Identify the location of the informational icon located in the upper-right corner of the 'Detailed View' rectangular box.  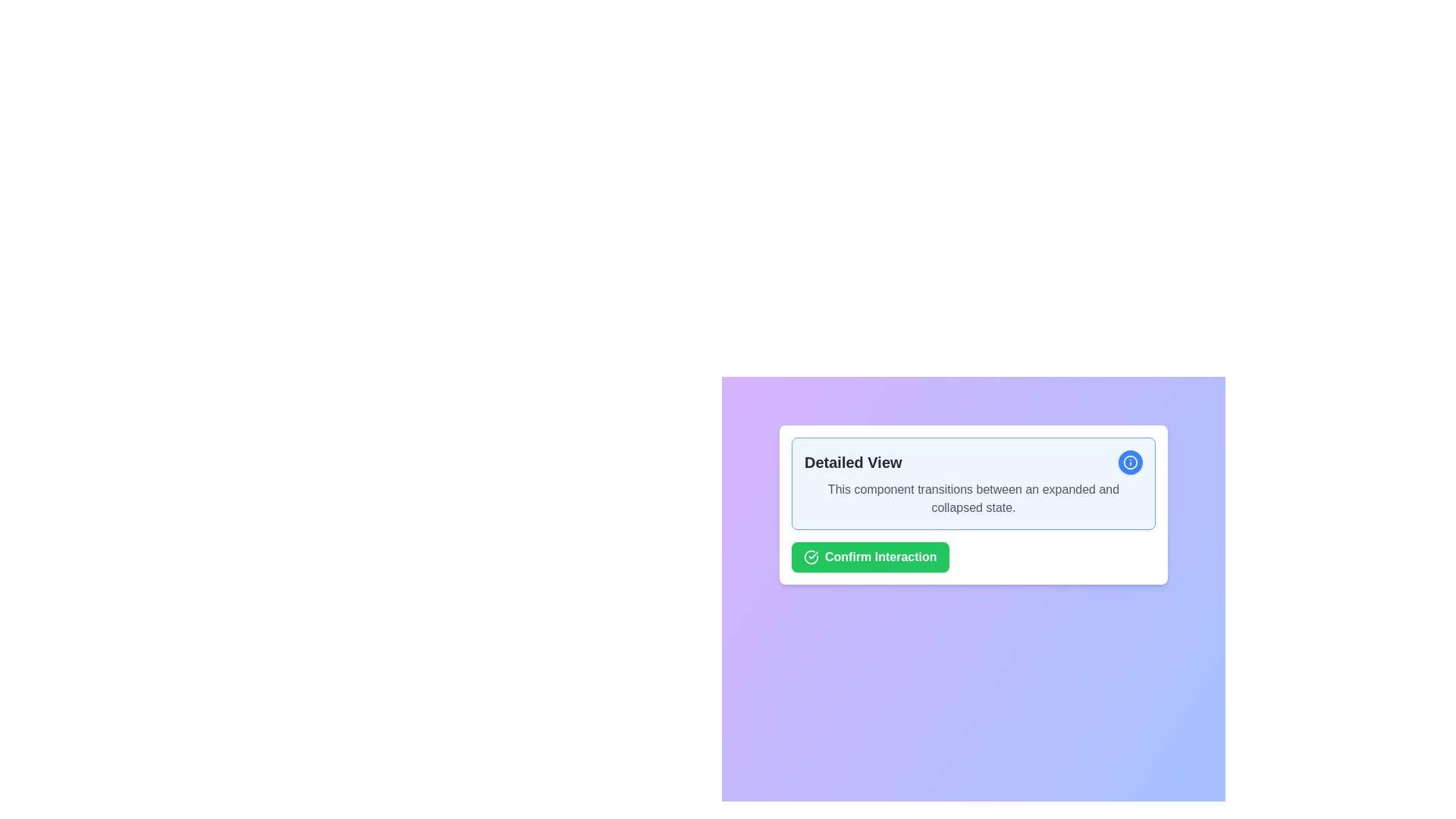
(1131, 461).